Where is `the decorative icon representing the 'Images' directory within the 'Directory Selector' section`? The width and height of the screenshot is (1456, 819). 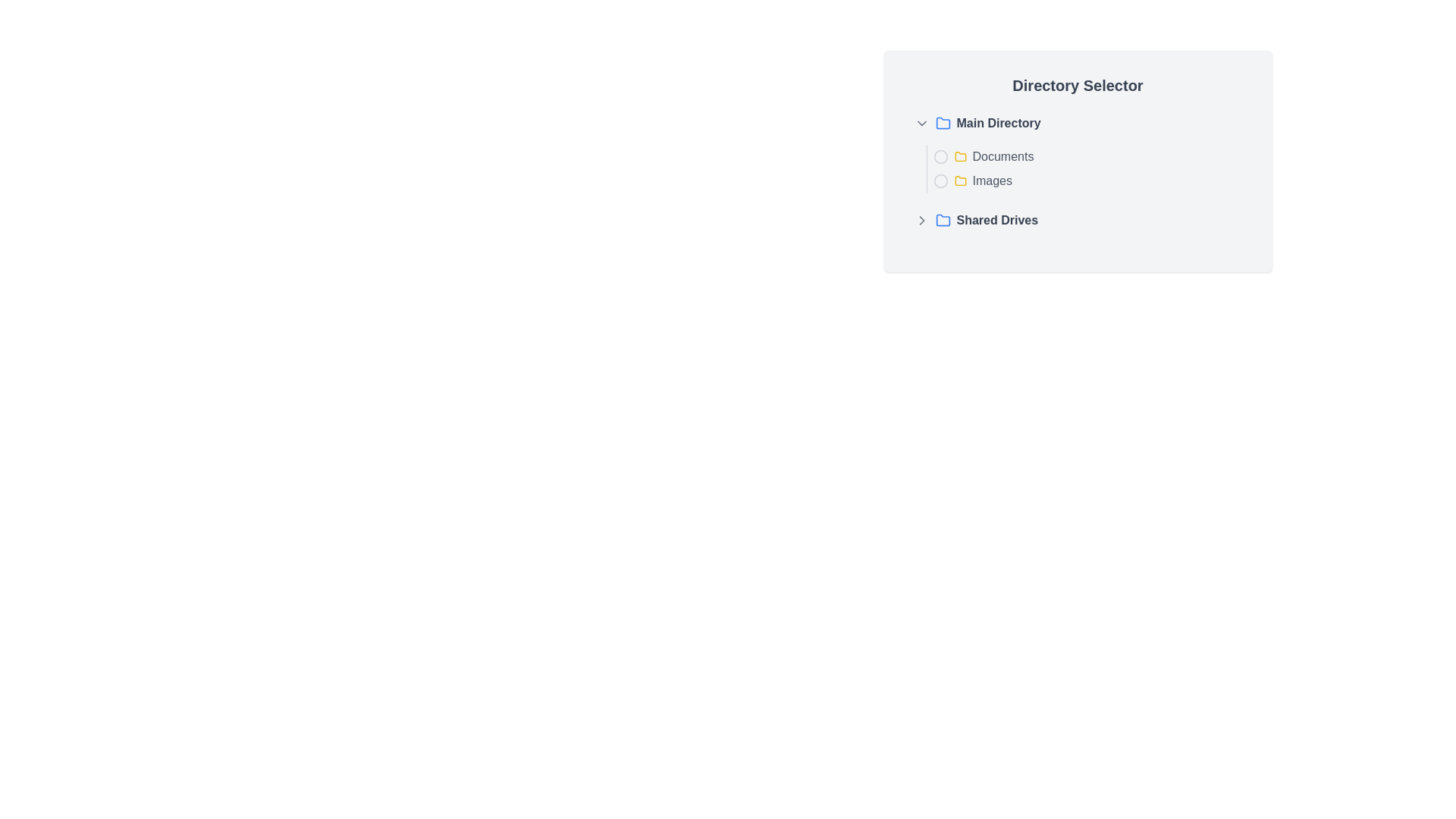
the decorative icon representing the 'Images' directory within the 'Directory Selector' section is located at coordinates (940, 180).